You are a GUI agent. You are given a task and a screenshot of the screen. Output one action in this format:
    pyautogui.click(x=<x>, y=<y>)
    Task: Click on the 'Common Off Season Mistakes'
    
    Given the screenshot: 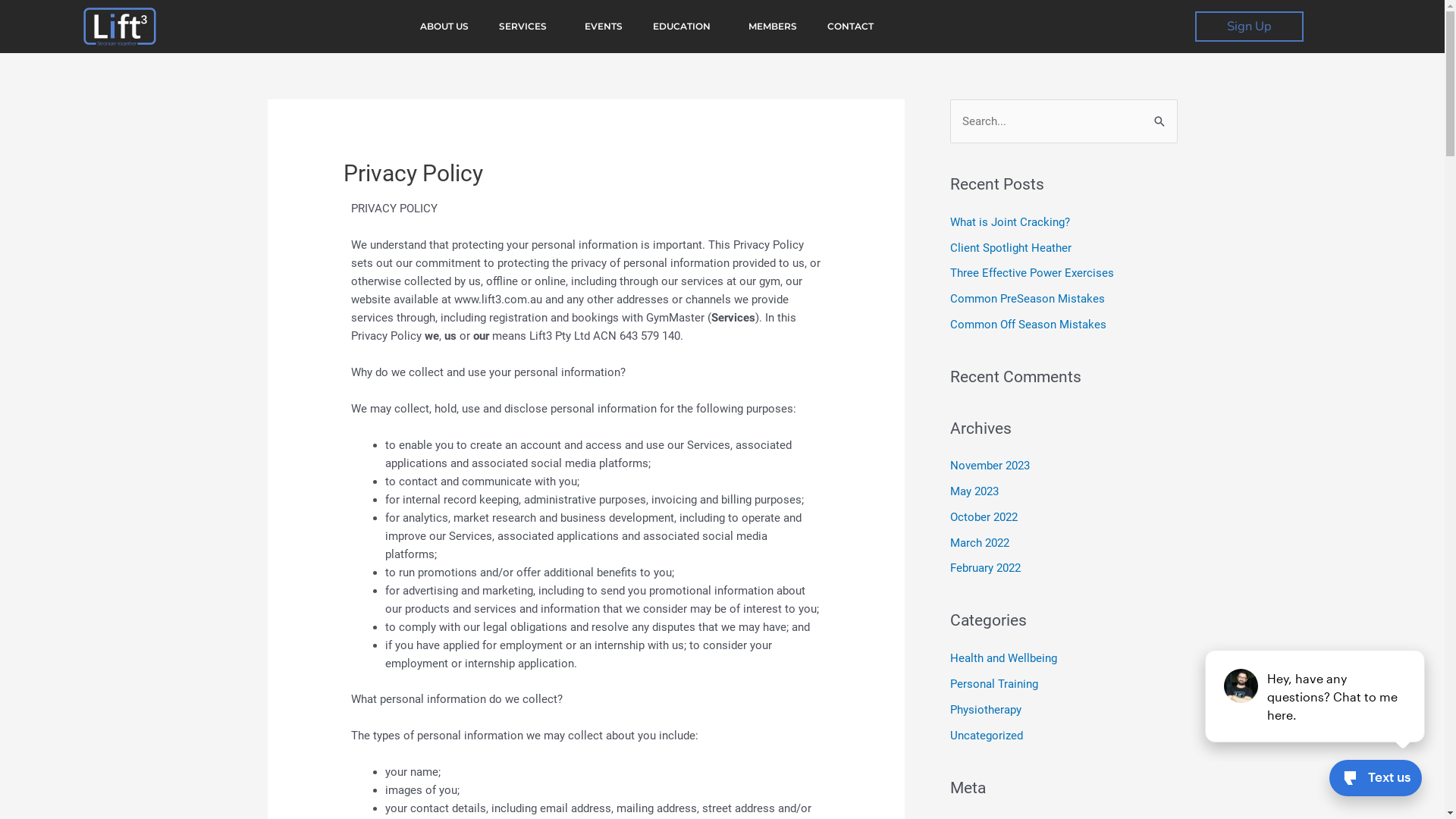 What is the action you would take?
    pyautogui.click(x=1027, y=324)
    